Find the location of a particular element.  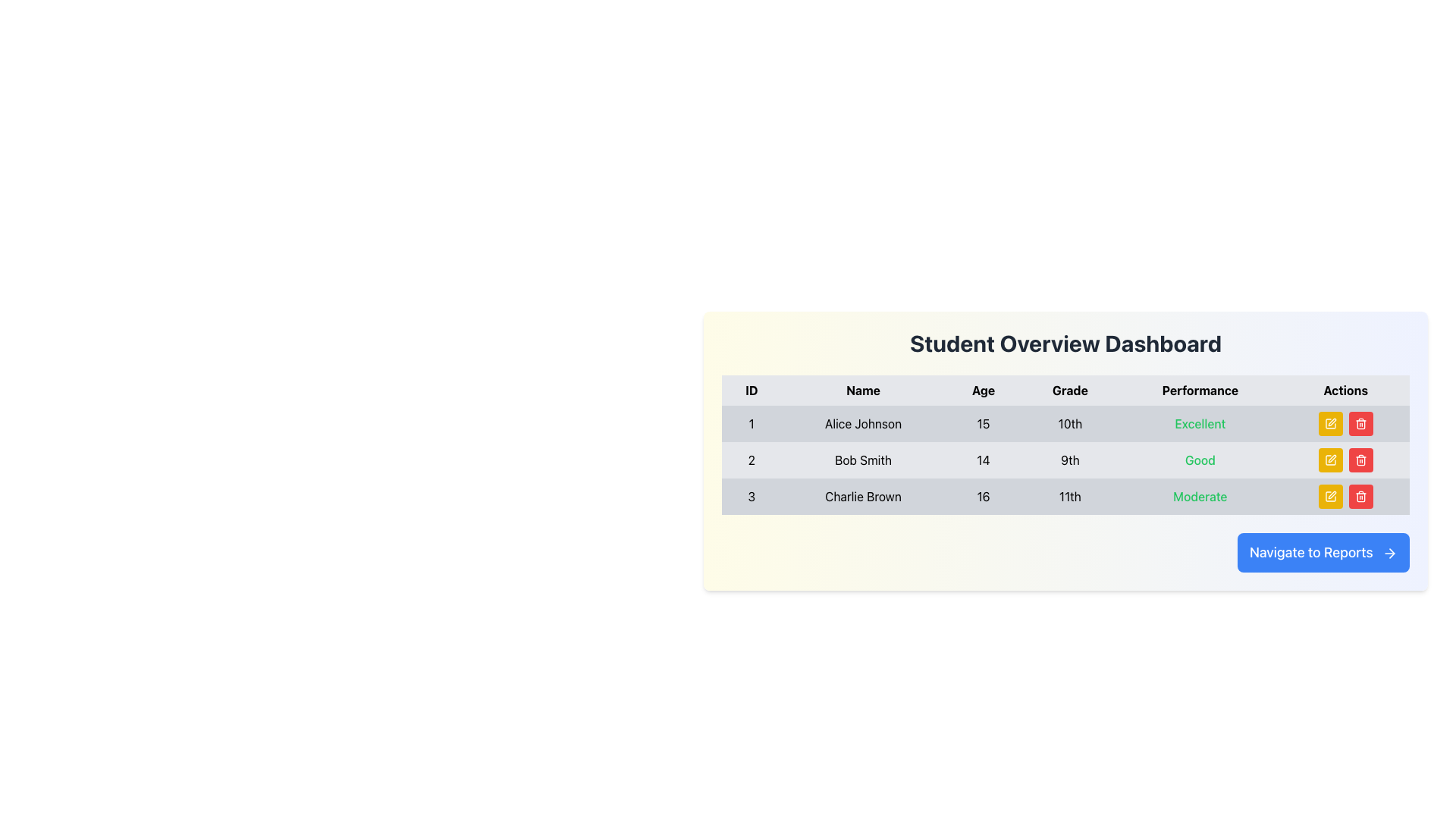

the text label reading 'Performance', which is styled in bold black text on a light gray background, positioned in the header row of the table is located at coordinates (1199, 390).